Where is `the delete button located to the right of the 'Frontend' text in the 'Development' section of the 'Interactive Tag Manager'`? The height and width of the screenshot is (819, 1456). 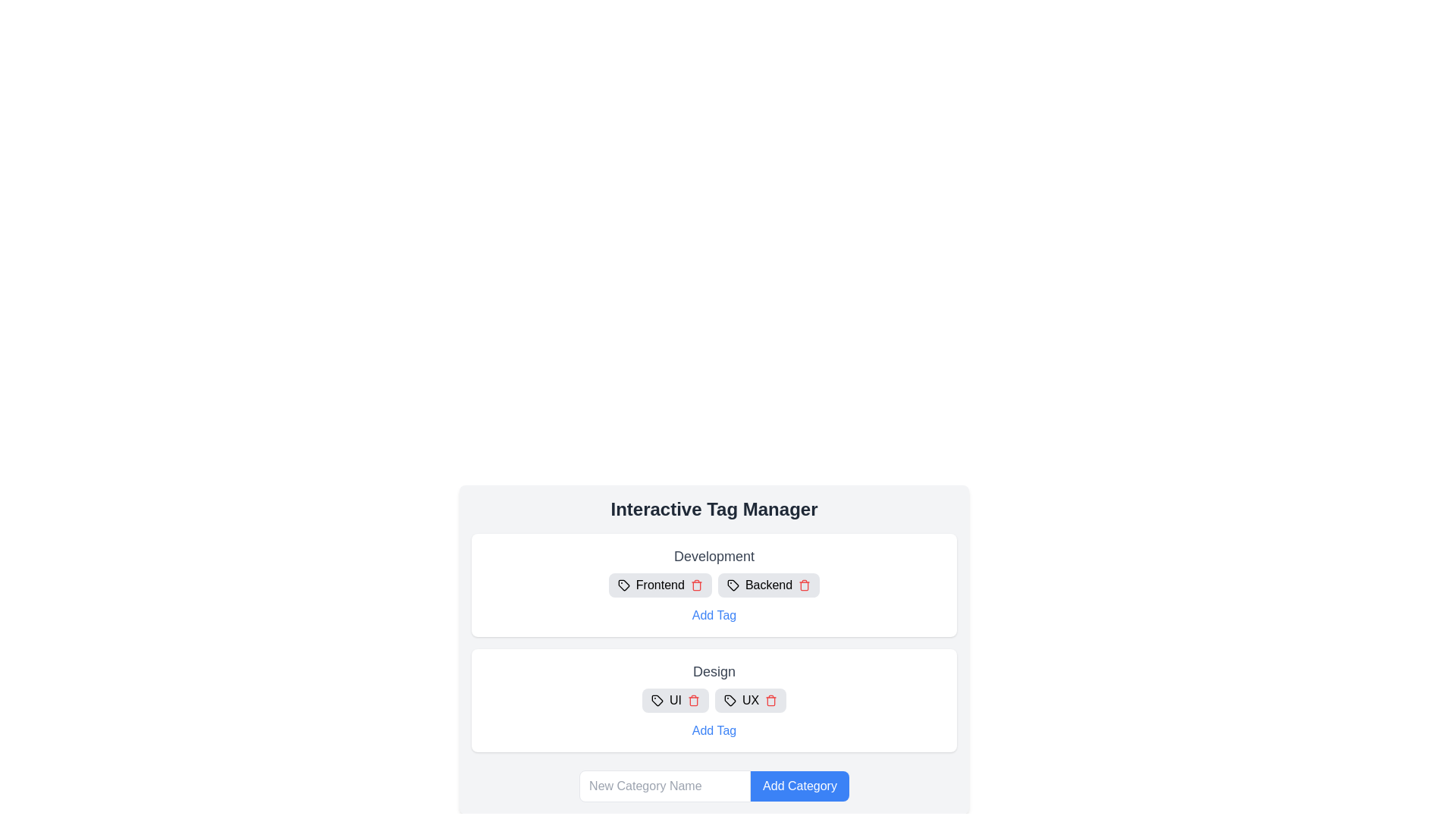 the delete button located to the right of the 'Frontend' text in the 'Development' section of the 'Interactive Tag Manager' is located at coordinates (695, 584).